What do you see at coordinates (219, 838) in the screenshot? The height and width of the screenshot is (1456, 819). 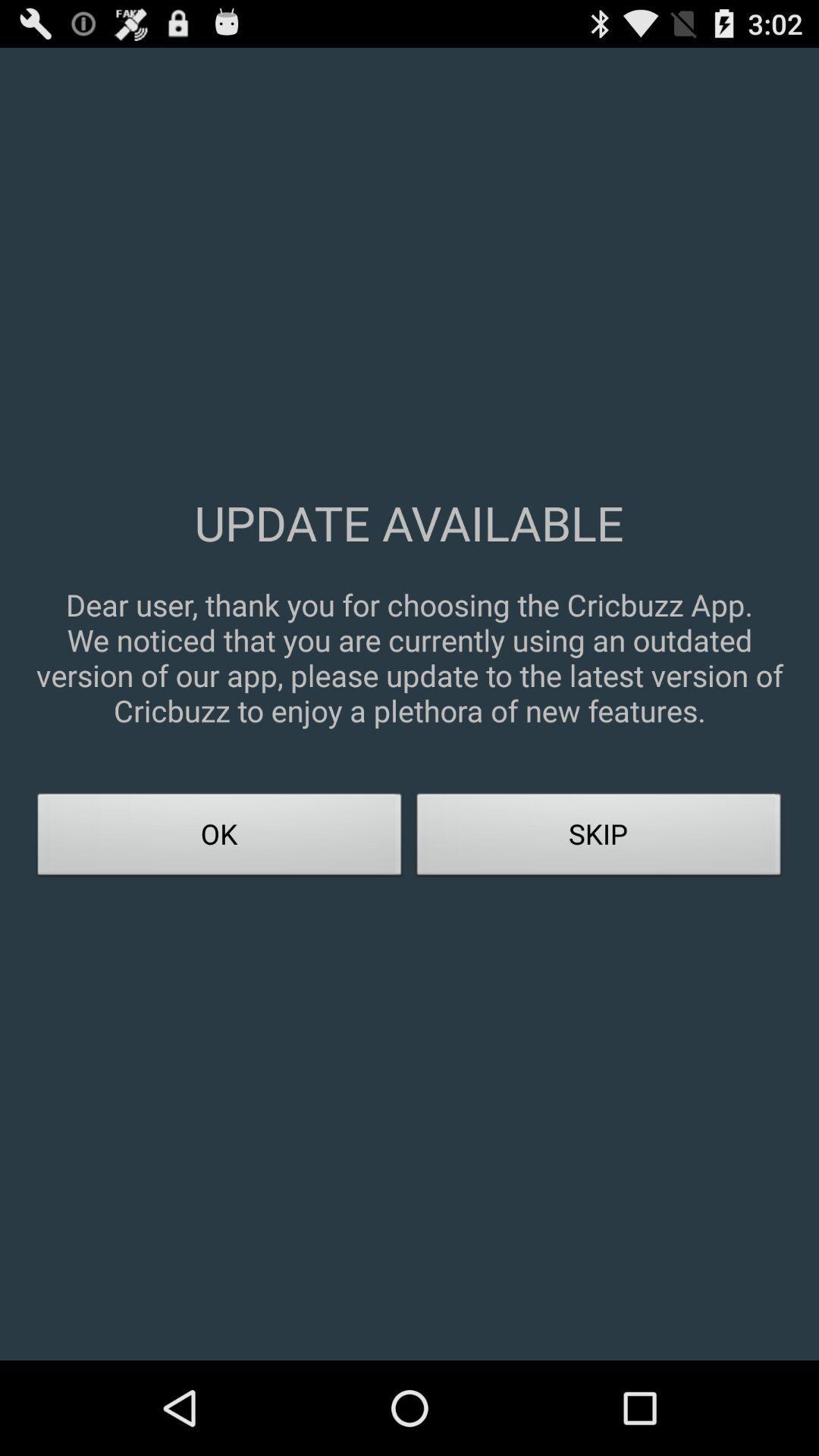 I see `the ok` at bounding box center [219, 838].